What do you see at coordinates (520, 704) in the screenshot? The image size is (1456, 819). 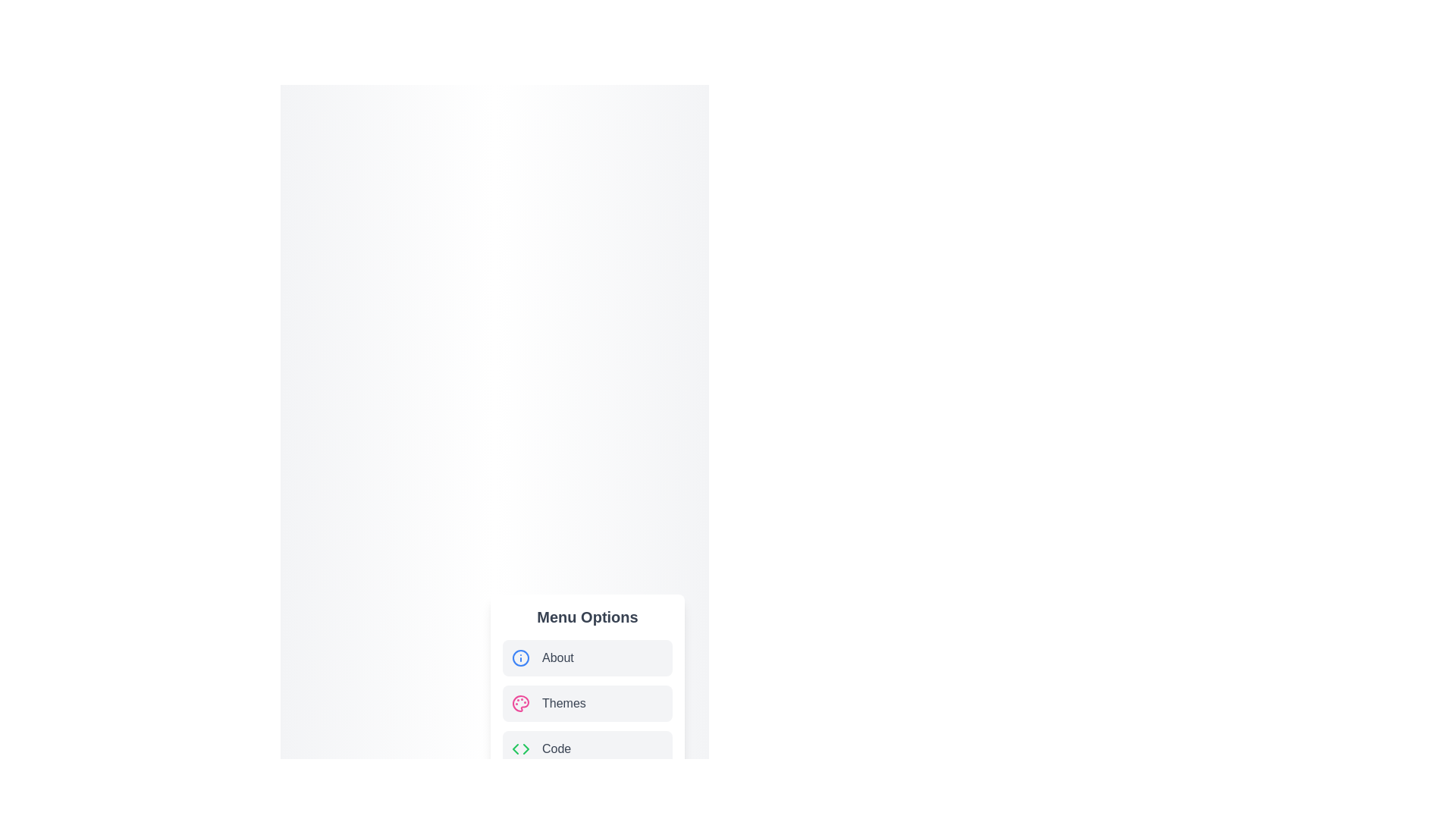 I see `the central filled area of the pink palette icon with smaller circular paint dabs, located in the top-right of the component list with options labeled 'About,' 'Themes,' and 'Code.'` at bounding box center [520, 704].